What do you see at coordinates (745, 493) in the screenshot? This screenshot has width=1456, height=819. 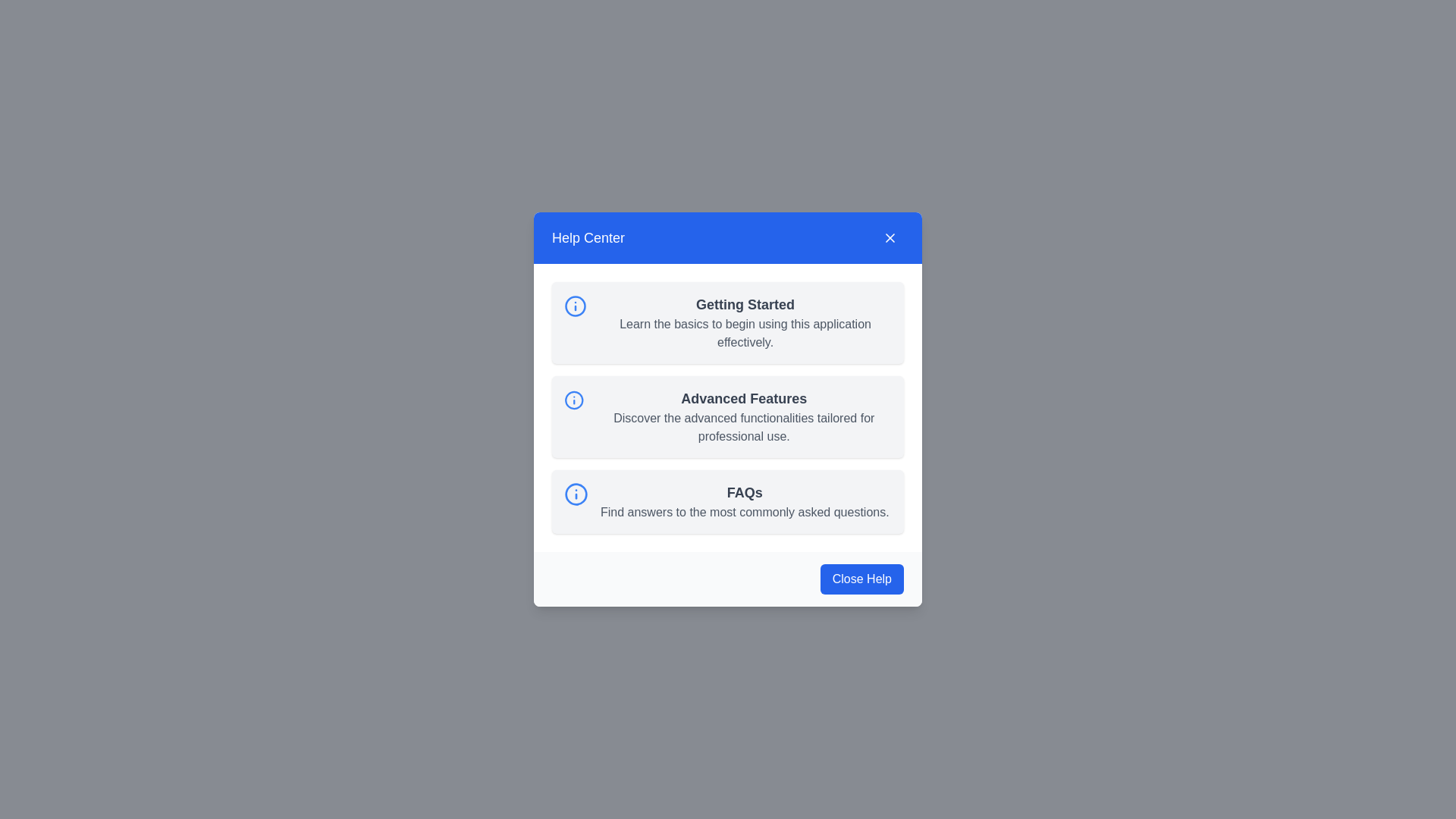 I see `the 'FAQs' label, which is a bold, dark gray text prominently displayed as the title above the supporting text in the dialog box` at bounding box center [745, 493].